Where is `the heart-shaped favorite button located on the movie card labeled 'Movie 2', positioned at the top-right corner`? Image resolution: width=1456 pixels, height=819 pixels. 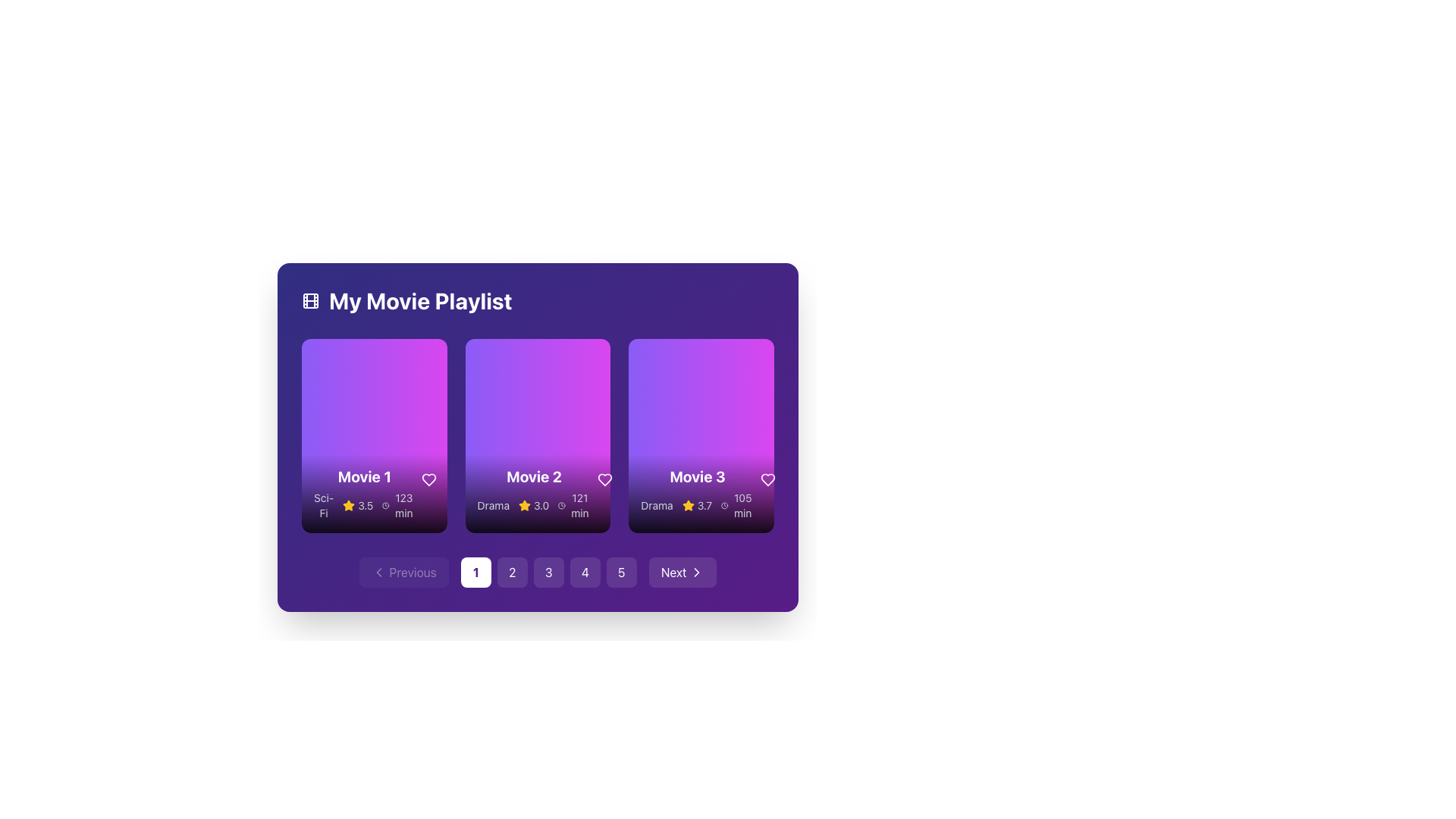 the heart-shaped favorite button located on the movie card labeled 'Movie 2', positioned at the top-right corner is located at coordinates (604, 479).